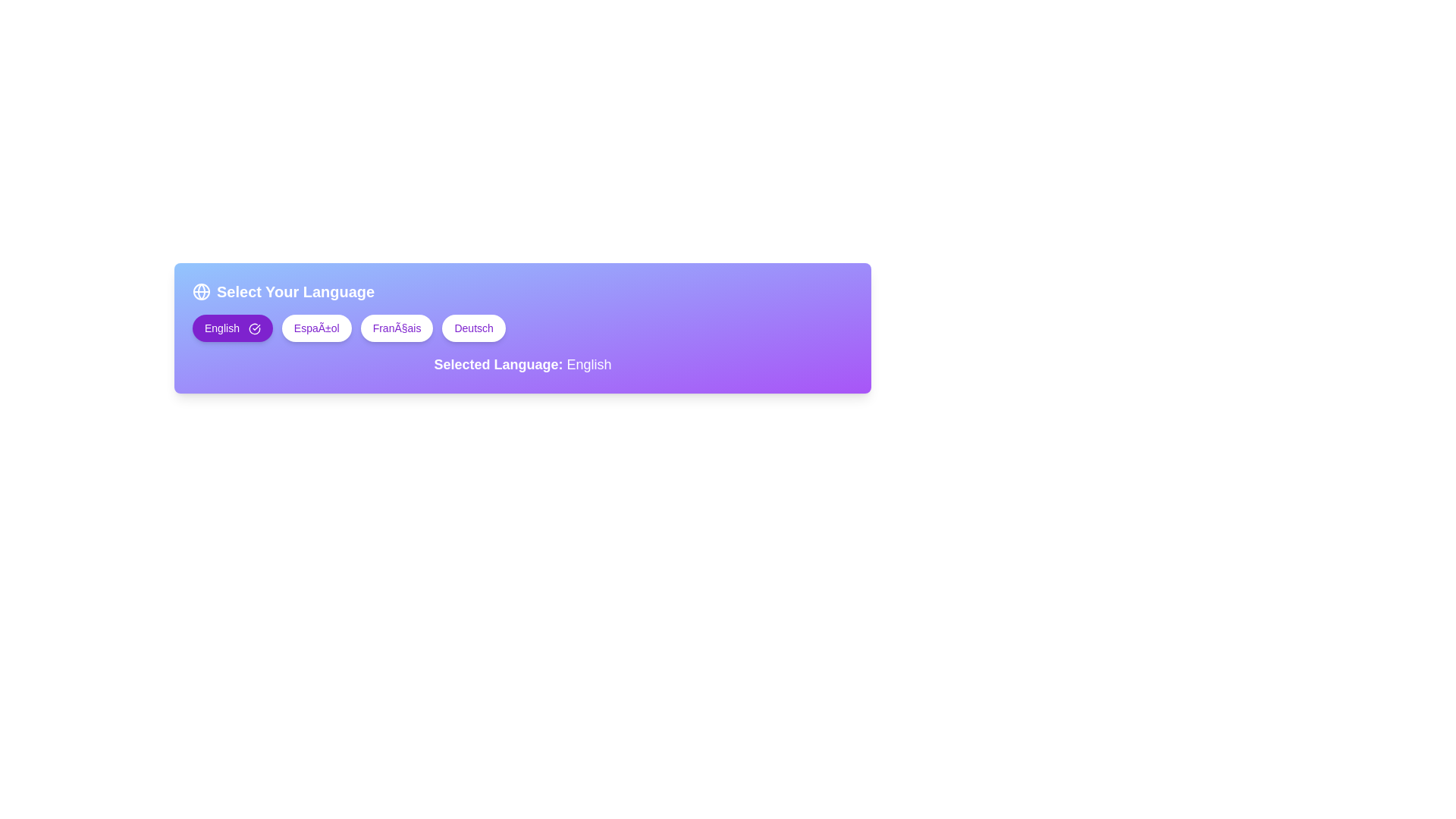 This screenshot has height=819, width=1456. What do you see at coordinates (200, 292) in the screenshot?
I see `the globe icon located to the left of the text 'Select Your Language', which is situated at the top-left corner of a gradient box` at bounding box center [200, 292].